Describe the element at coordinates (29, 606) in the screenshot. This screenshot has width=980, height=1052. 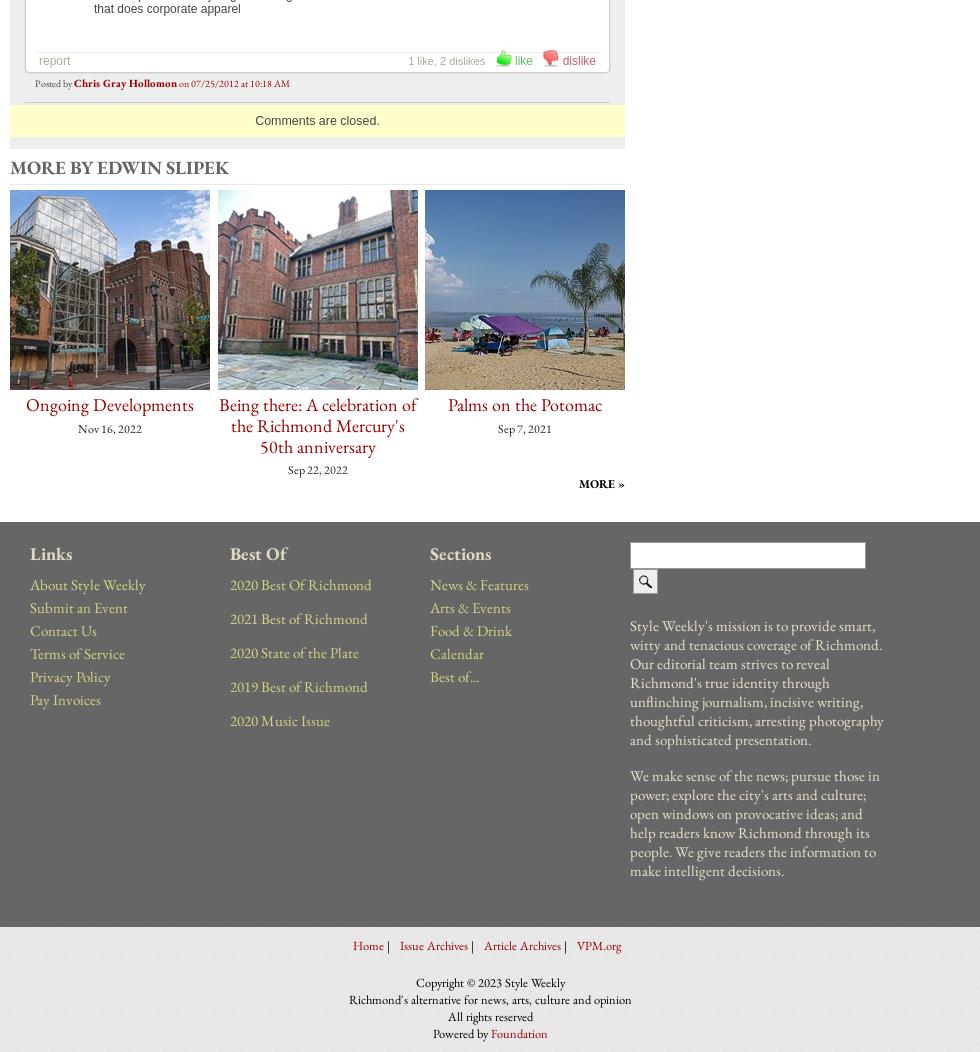
I see `'Submit an Event'` at that location.